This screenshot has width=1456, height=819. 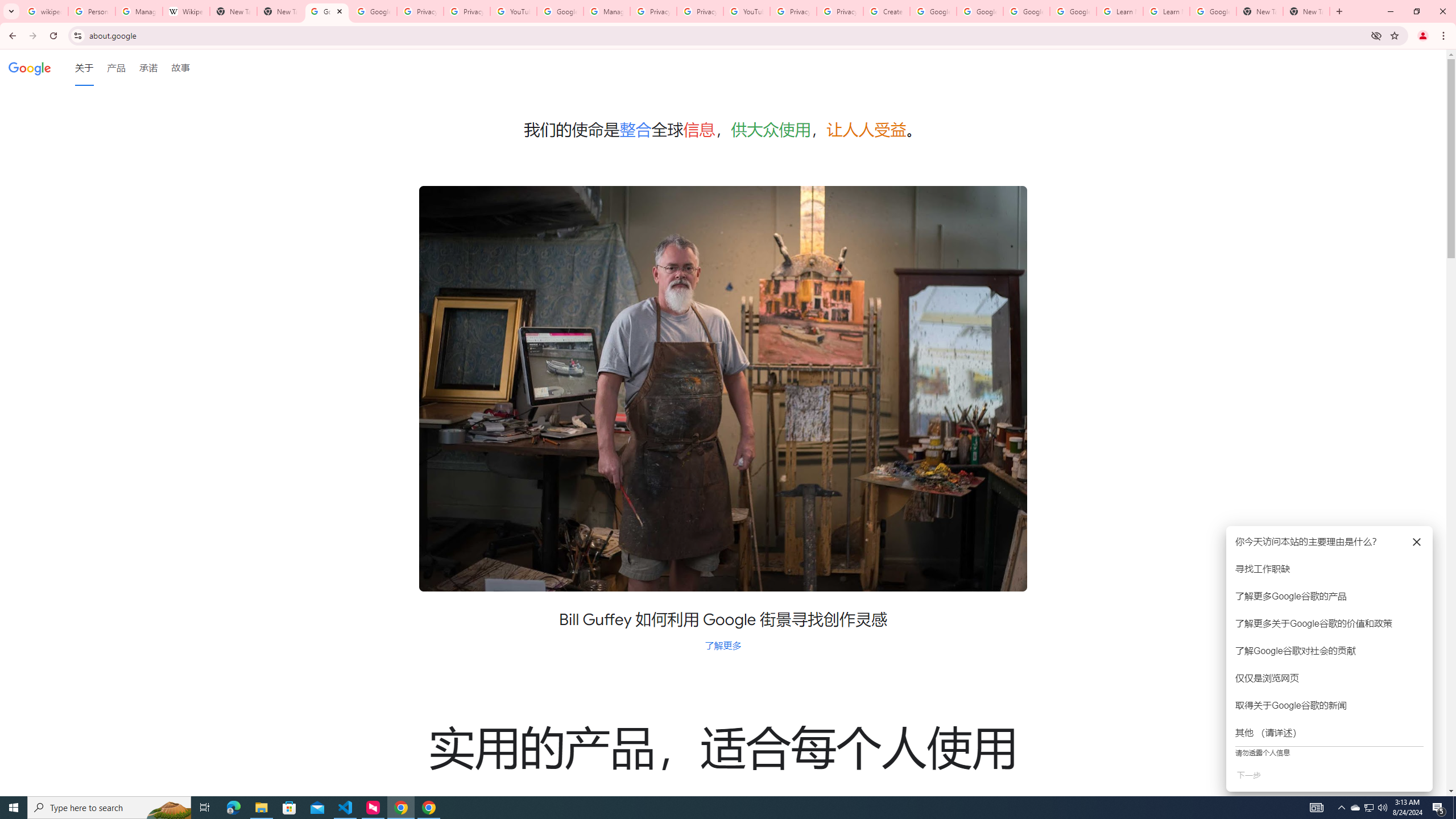 What do you see at coordinates (185, 11) in the screenshot?
I see `'Wikipedia:Edit requests - Wikipedia'` at bounding box center [185, 11].